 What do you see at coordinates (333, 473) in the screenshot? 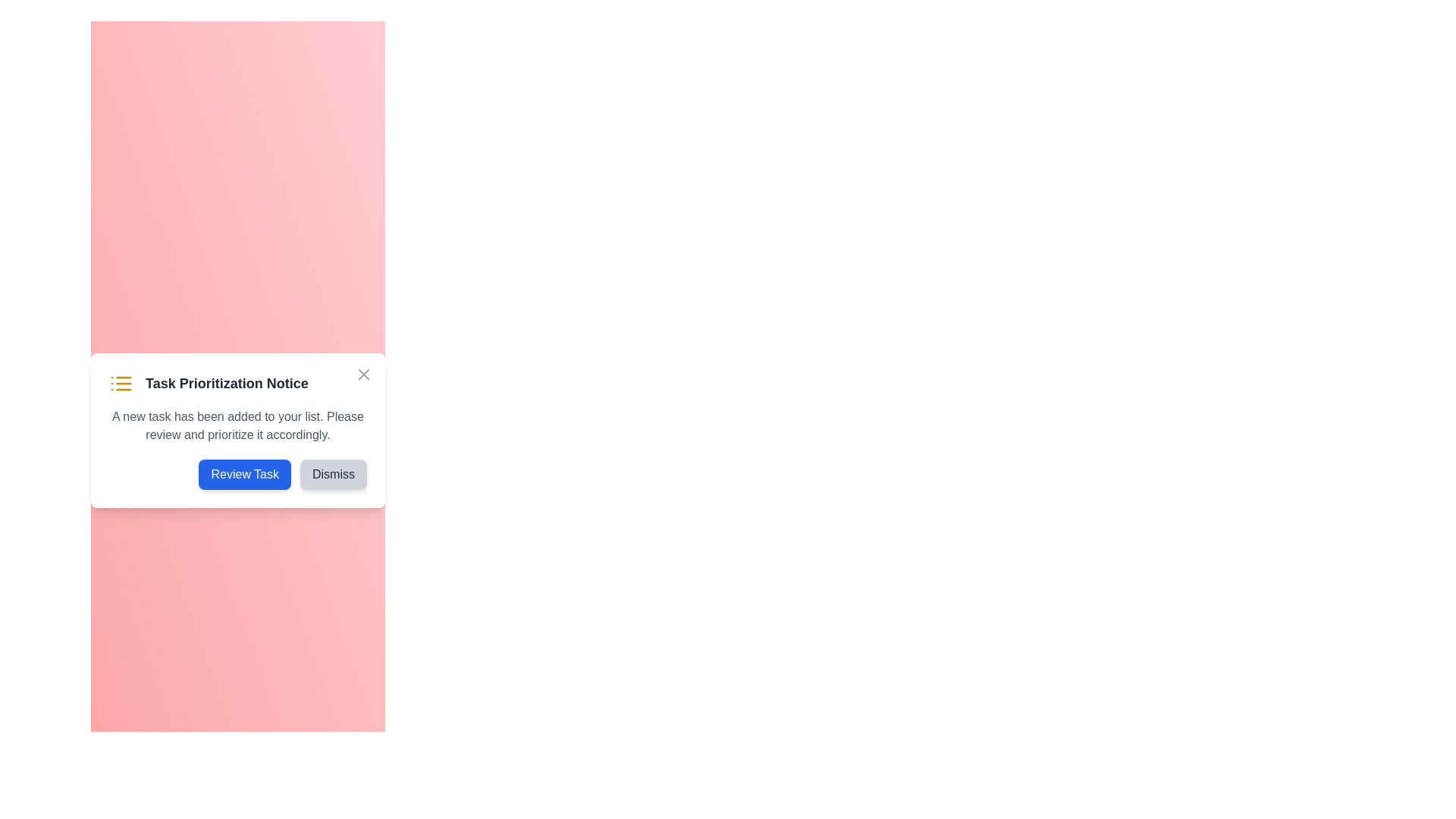
I see `the 'Dismiss' button to close the alert` at bounding box center [333, 473].